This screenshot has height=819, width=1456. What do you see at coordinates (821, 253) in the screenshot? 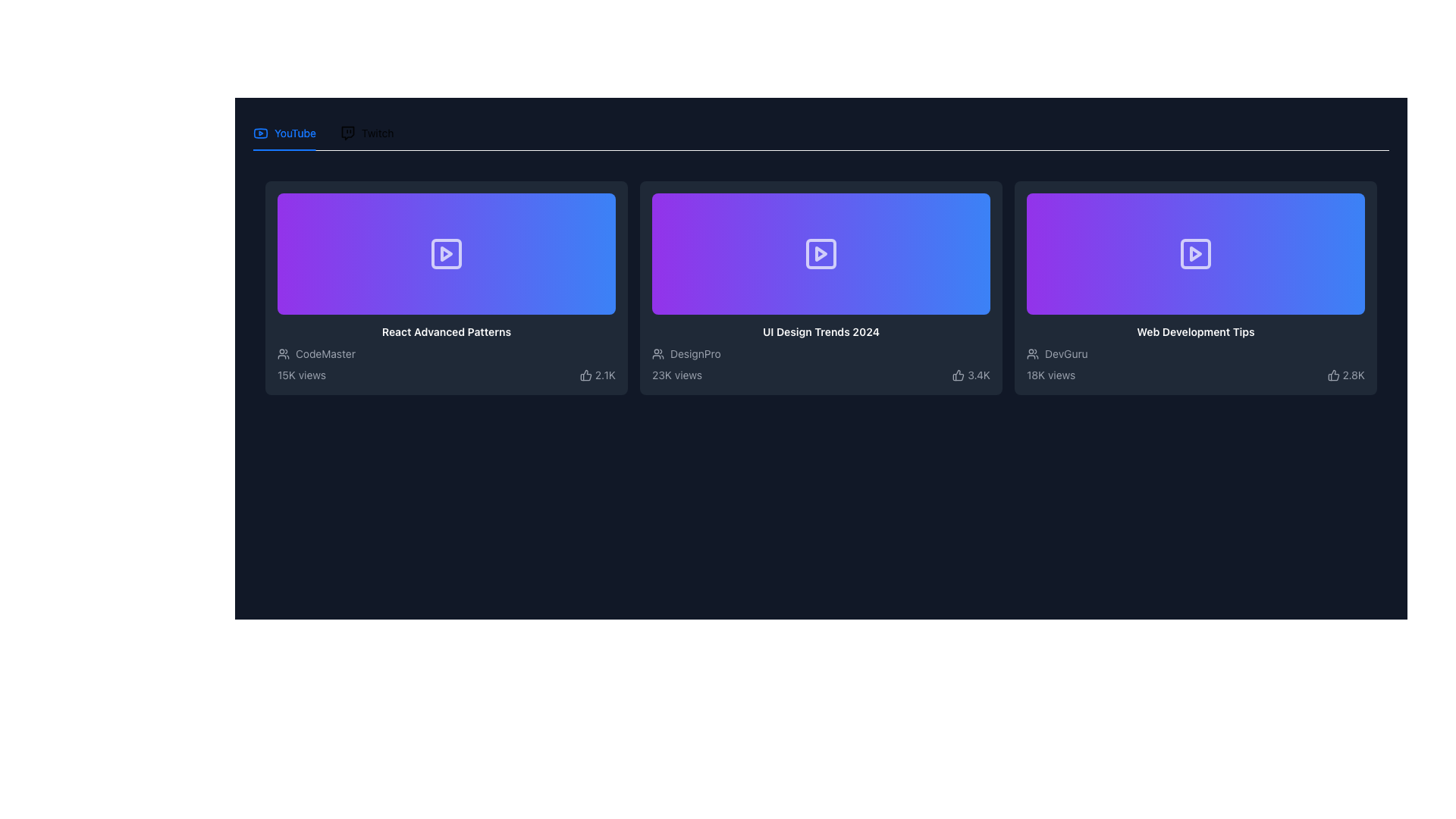
I see `the play button located in the gradient-colored header area of the middle card` at bounding box center [821, 253].